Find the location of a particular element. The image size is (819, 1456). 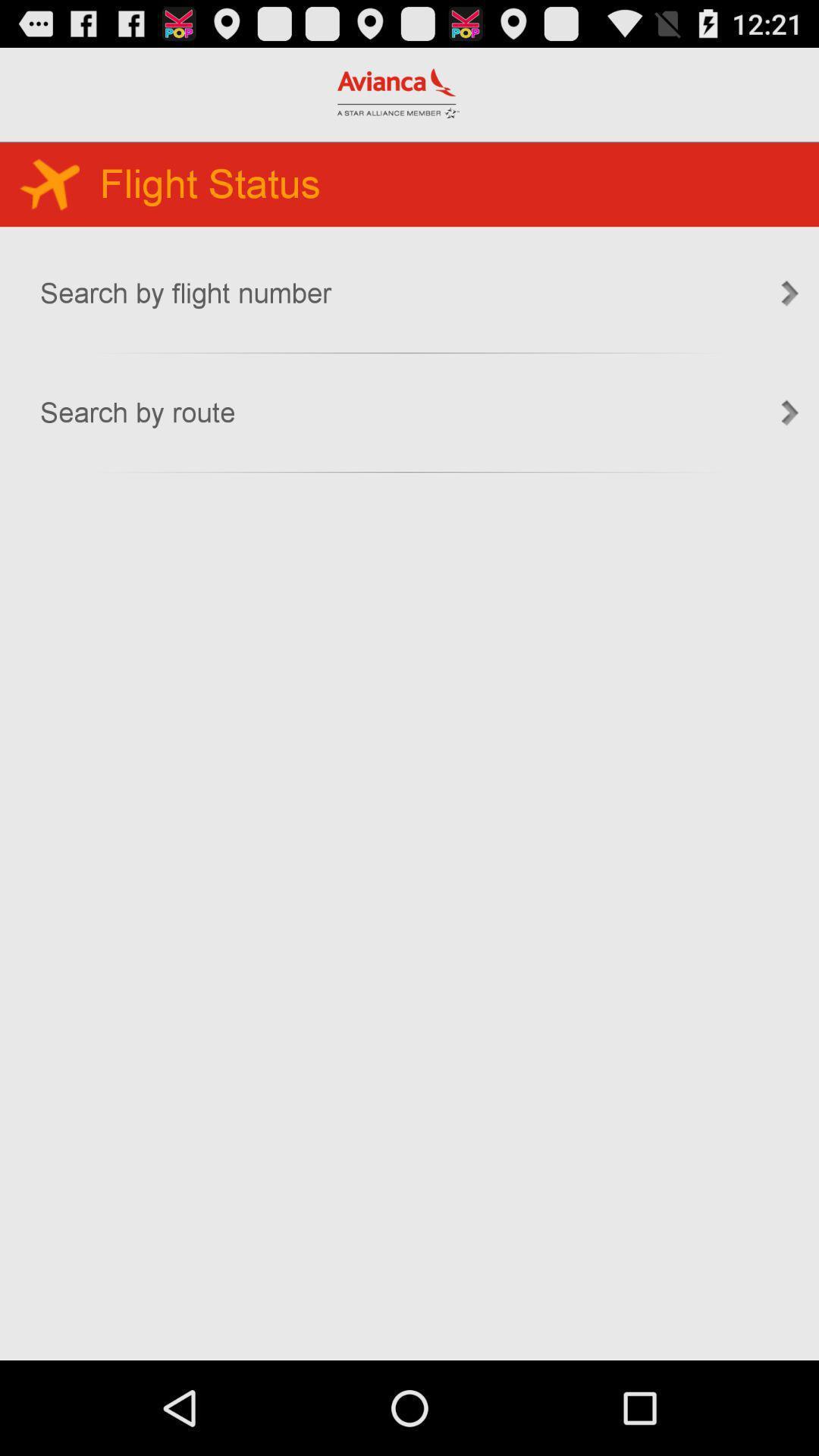

the logo below notificationstatus bar is located at coordinates (397, 93).